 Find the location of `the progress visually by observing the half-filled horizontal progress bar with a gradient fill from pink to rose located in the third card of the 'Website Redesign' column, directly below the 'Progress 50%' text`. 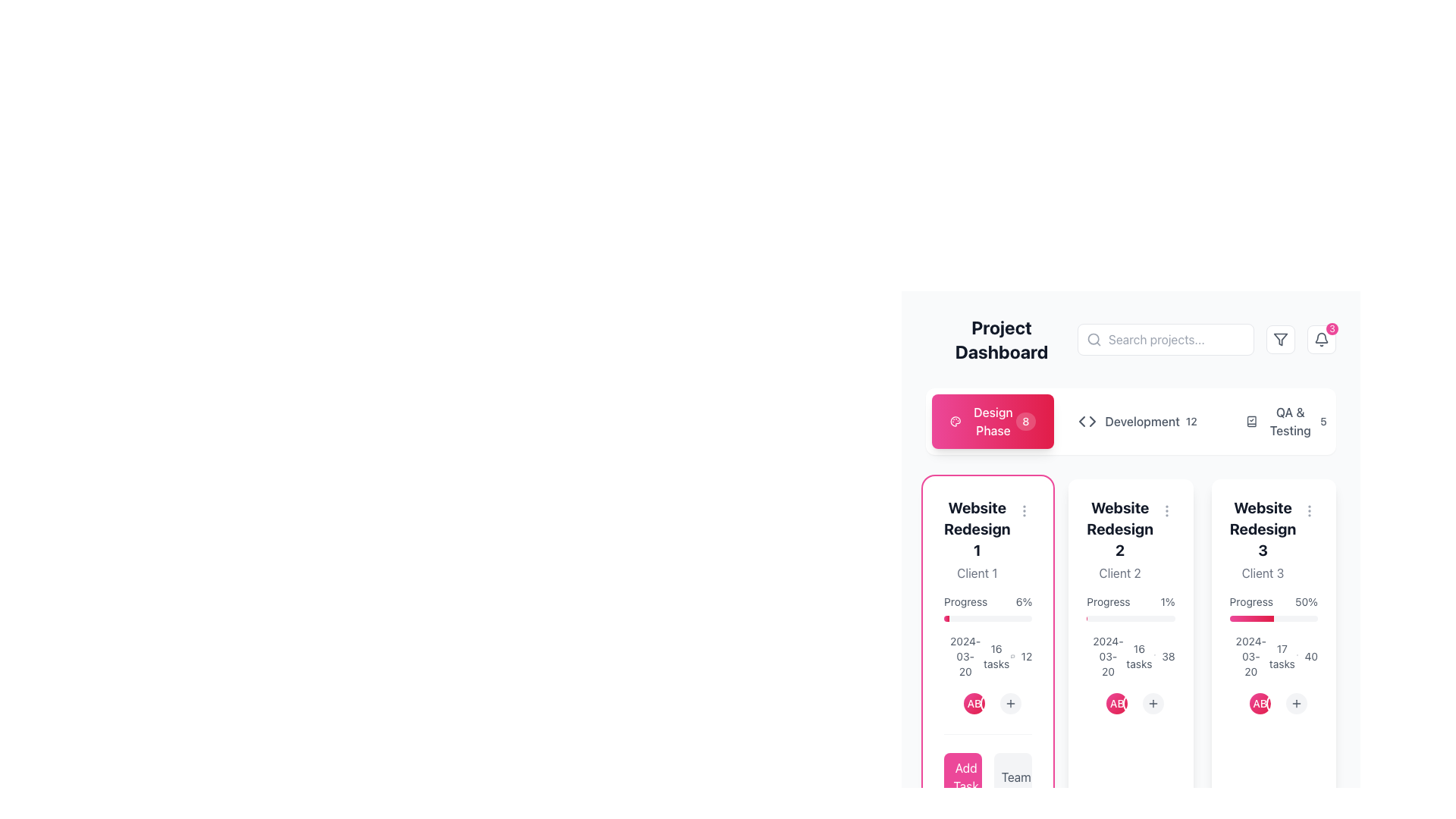

the progress visually by observing the half-filled horizontal progress bar with a gradient fill from pink to rose located in the third card of the 'Website Redesign' column, directly below the 'Progress 50%' text is located at coordinates (1273, 619).